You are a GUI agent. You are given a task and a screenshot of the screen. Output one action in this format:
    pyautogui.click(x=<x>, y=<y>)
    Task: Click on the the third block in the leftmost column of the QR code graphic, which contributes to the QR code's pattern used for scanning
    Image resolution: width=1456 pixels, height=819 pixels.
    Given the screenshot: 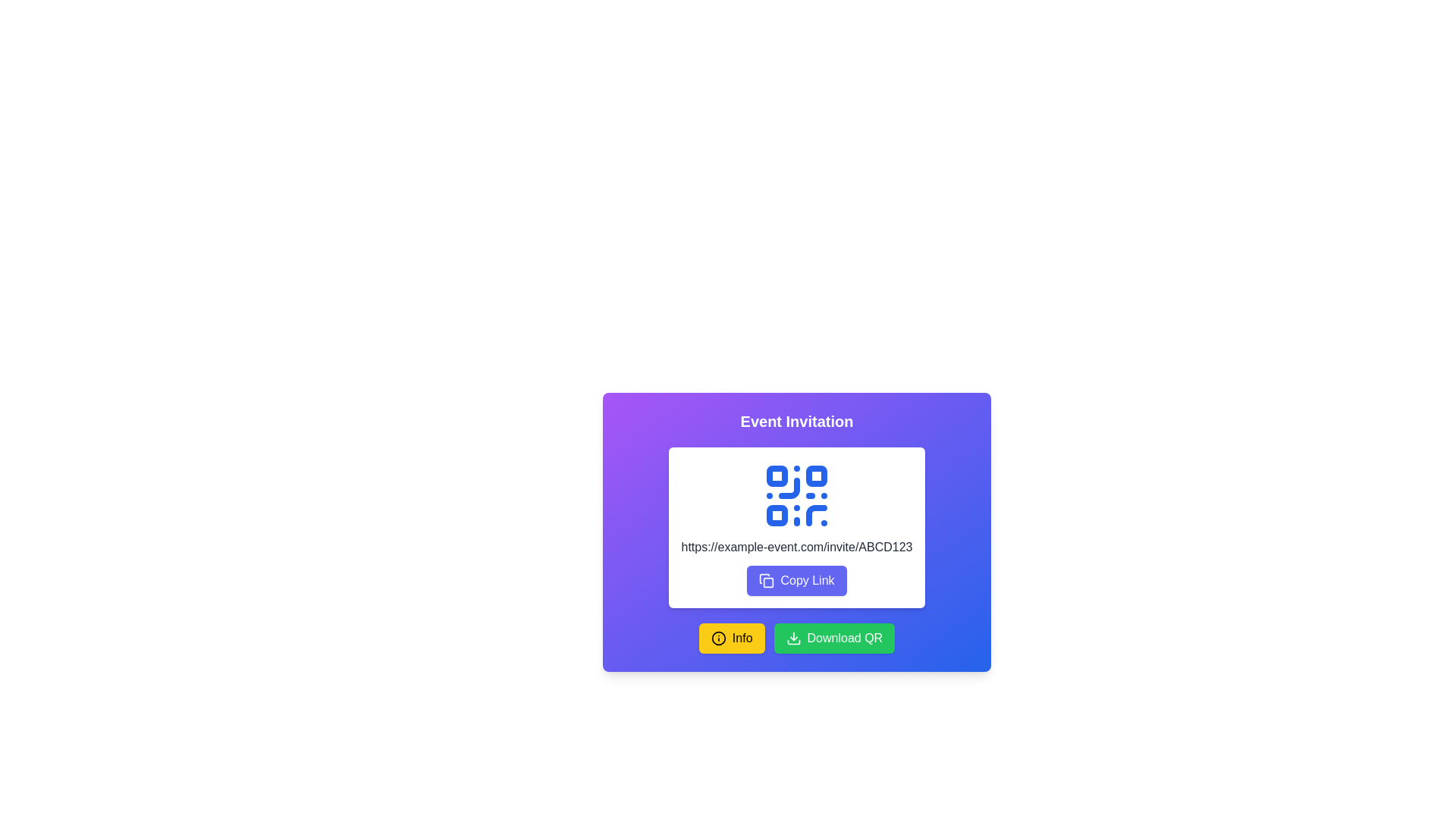 What is the action you would take?
    pyautogui.click(x=777, y=514)
    